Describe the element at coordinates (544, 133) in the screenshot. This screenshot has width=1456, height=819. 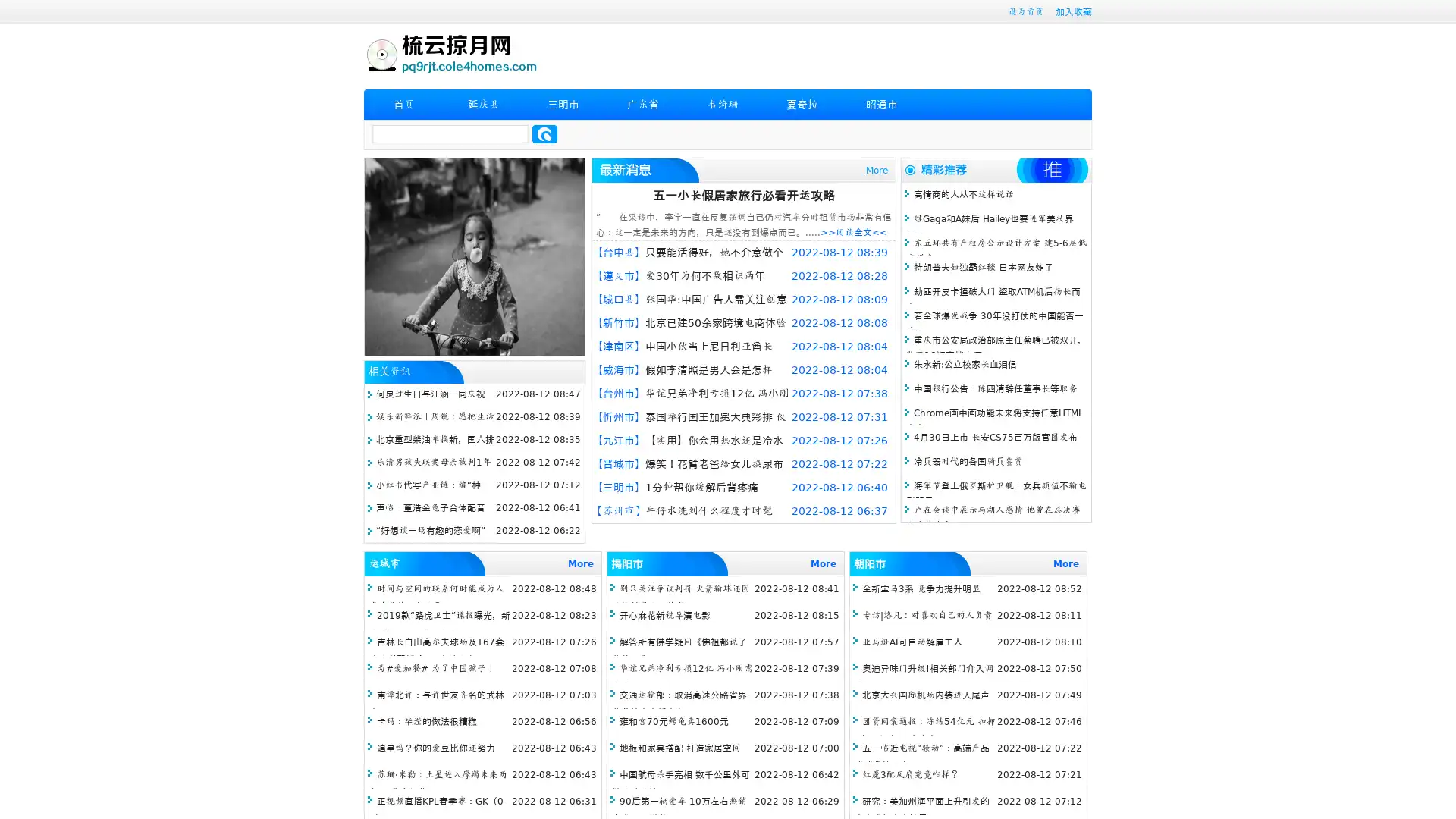
I see `Search` at that location.